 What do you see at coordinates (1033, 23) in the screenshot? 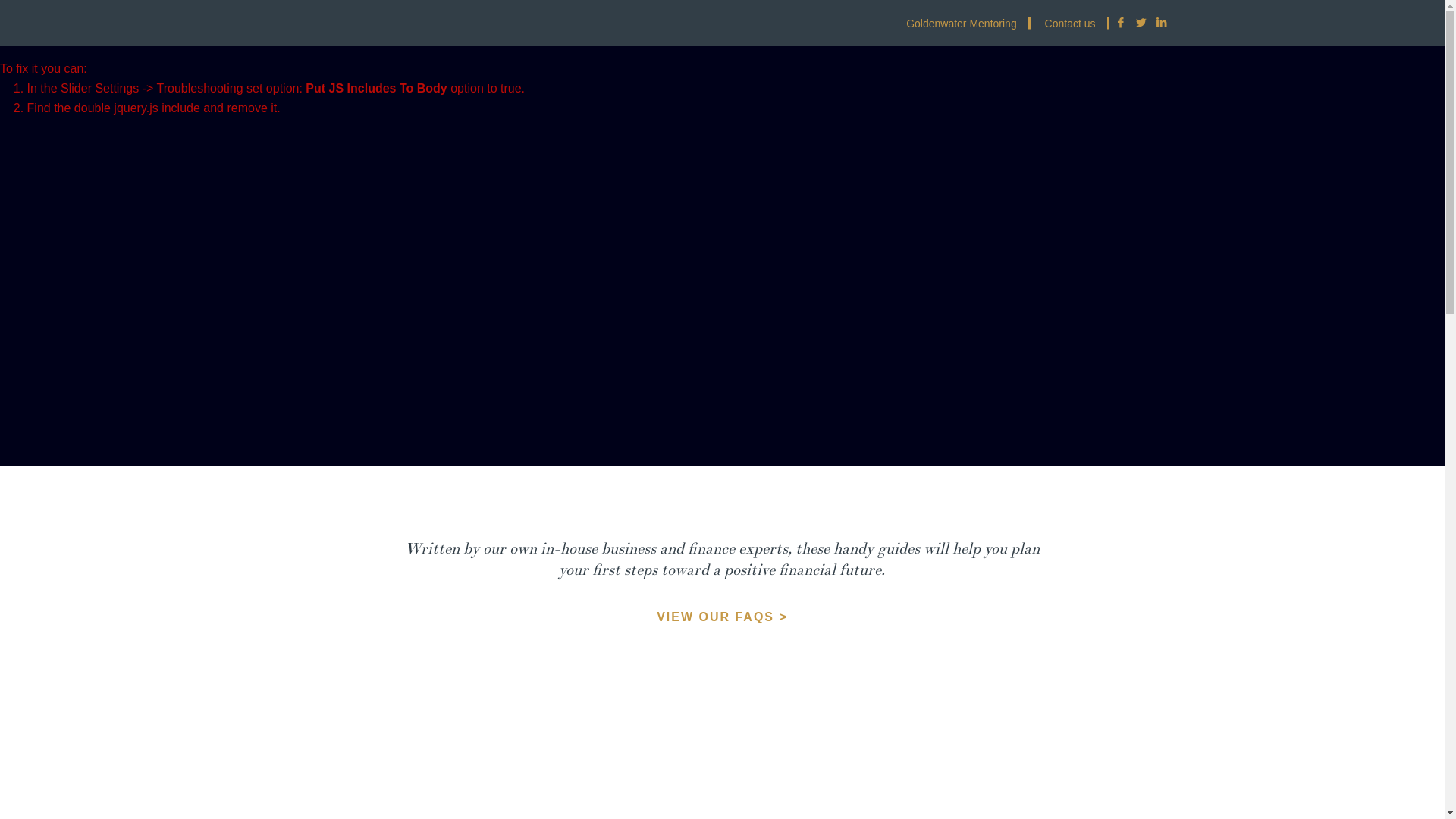
I see `'Contact us'` at bounding box center [1033, 23].